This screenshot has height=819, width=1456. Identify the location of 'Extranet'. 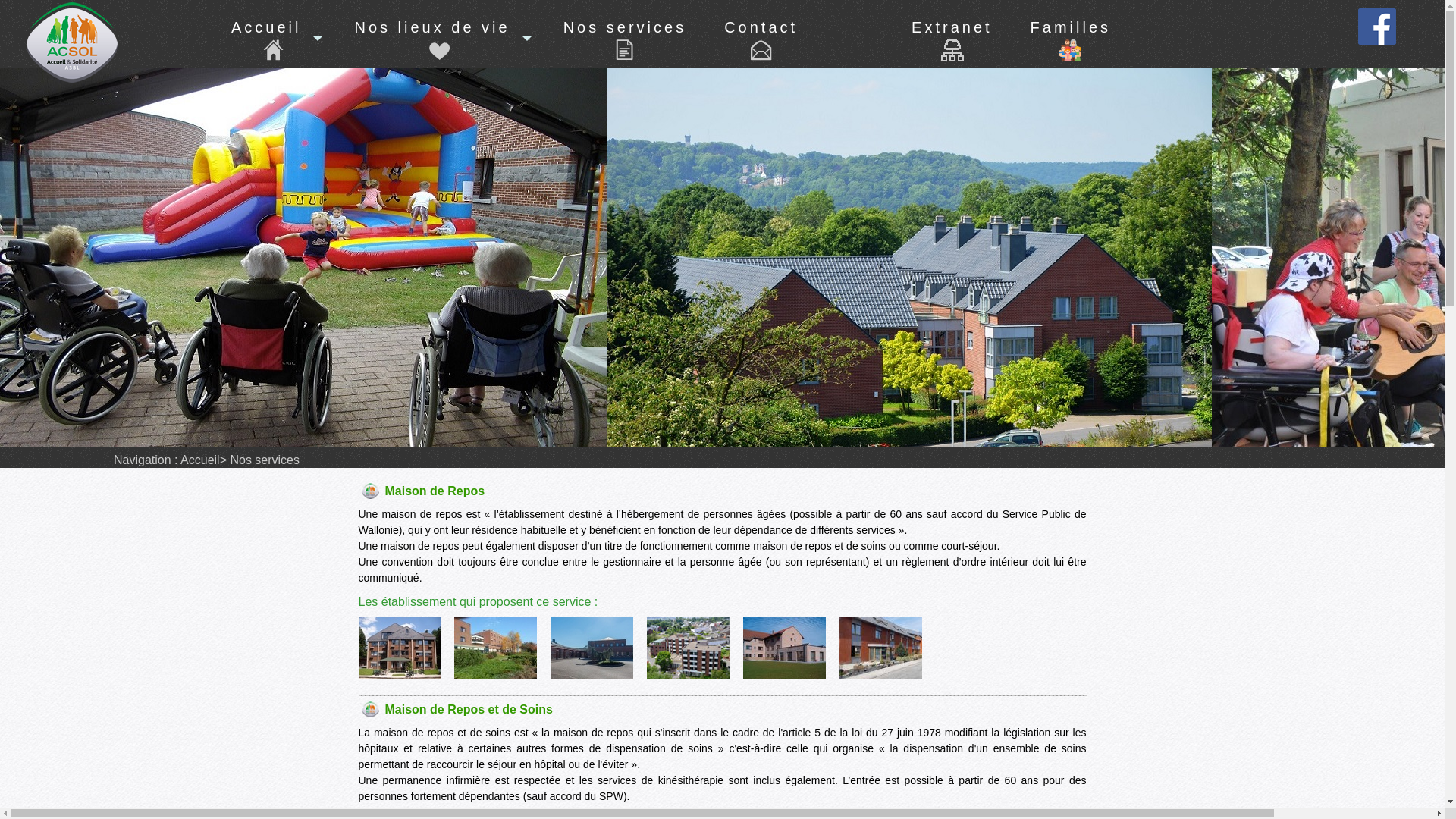
(892, 34).